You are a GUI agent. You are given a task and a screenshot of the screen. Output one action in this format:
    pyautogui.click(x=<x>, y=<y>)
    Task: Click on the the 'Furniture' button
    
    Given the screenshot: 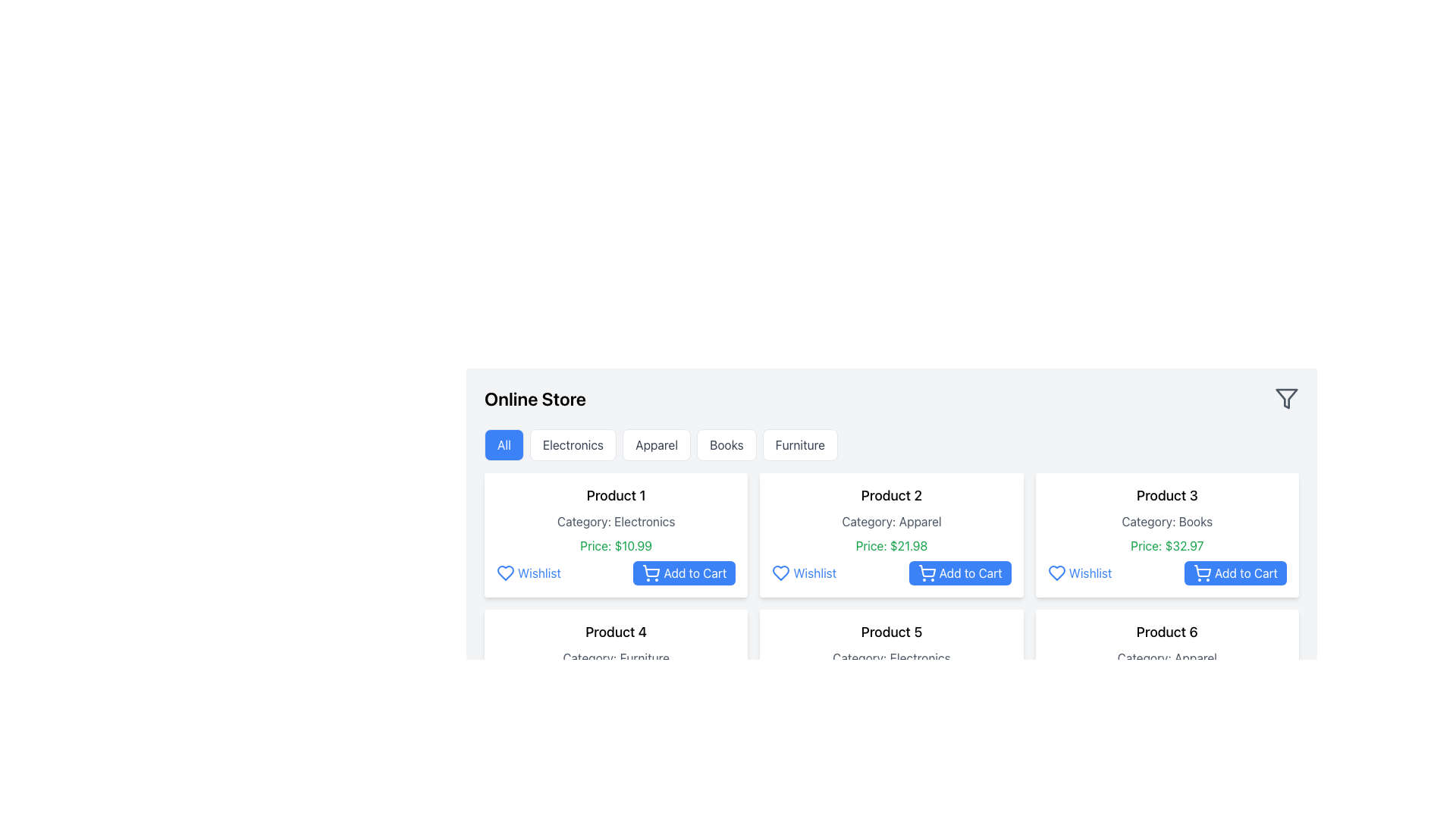 What is the action you would take?
    pyautogui.click(x=799, y=444)
    